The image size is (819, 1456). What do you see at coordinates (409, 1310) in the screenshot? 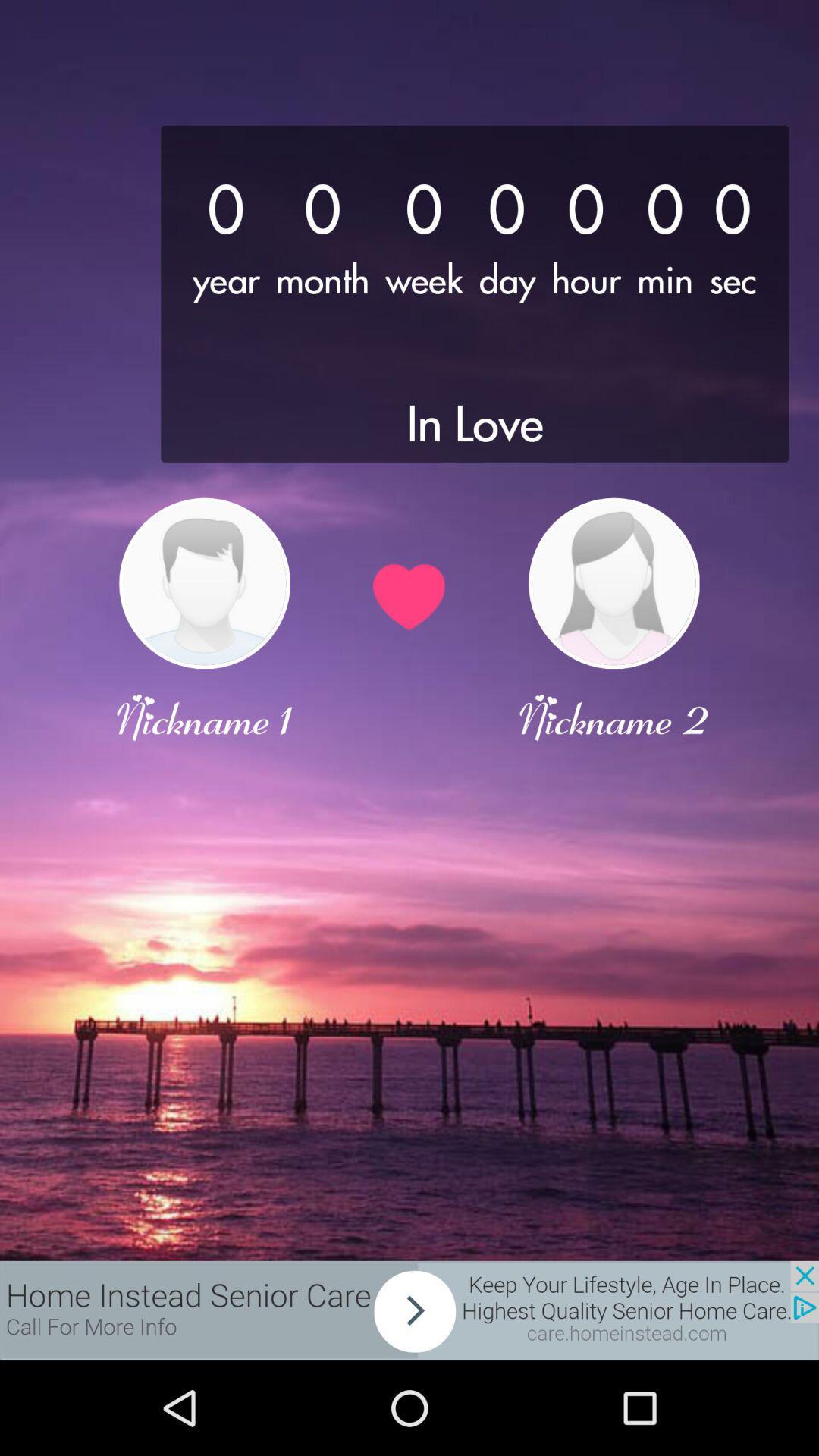
I see `advertisement page` at bounding box center [409, 1310].